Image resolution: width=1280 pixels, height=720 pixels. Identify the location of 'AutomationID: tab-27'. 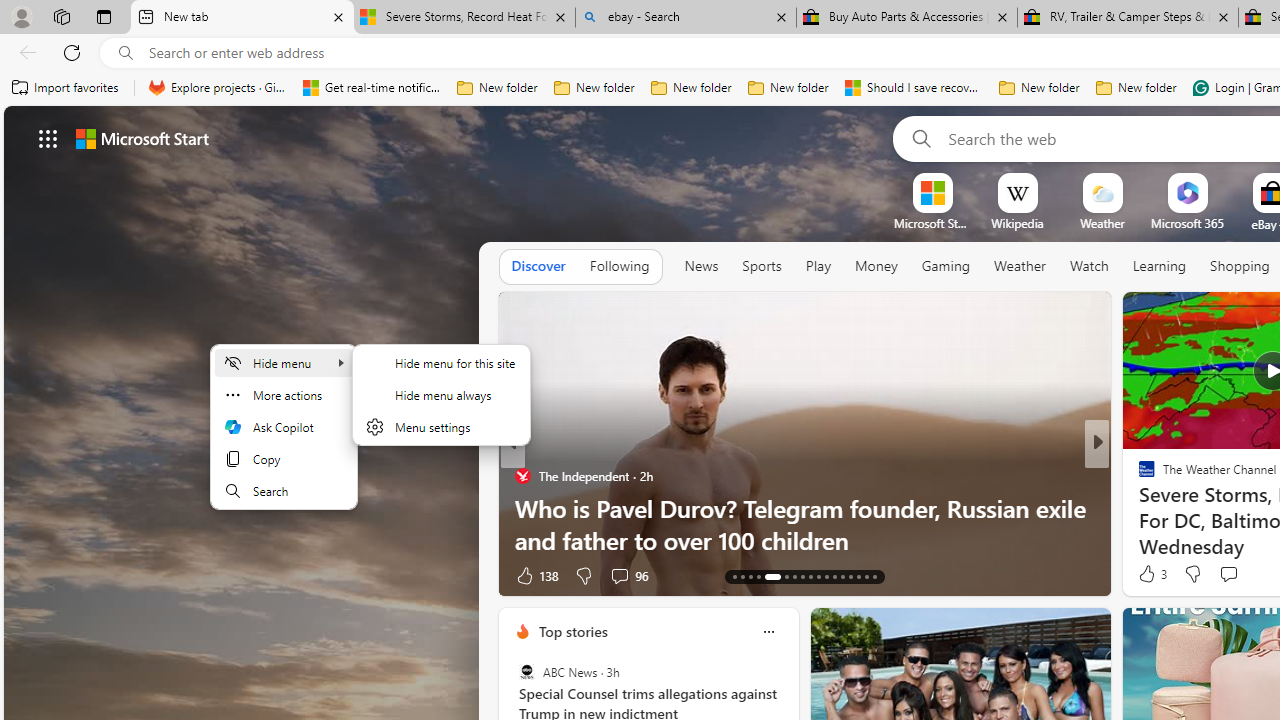
(858, 577).